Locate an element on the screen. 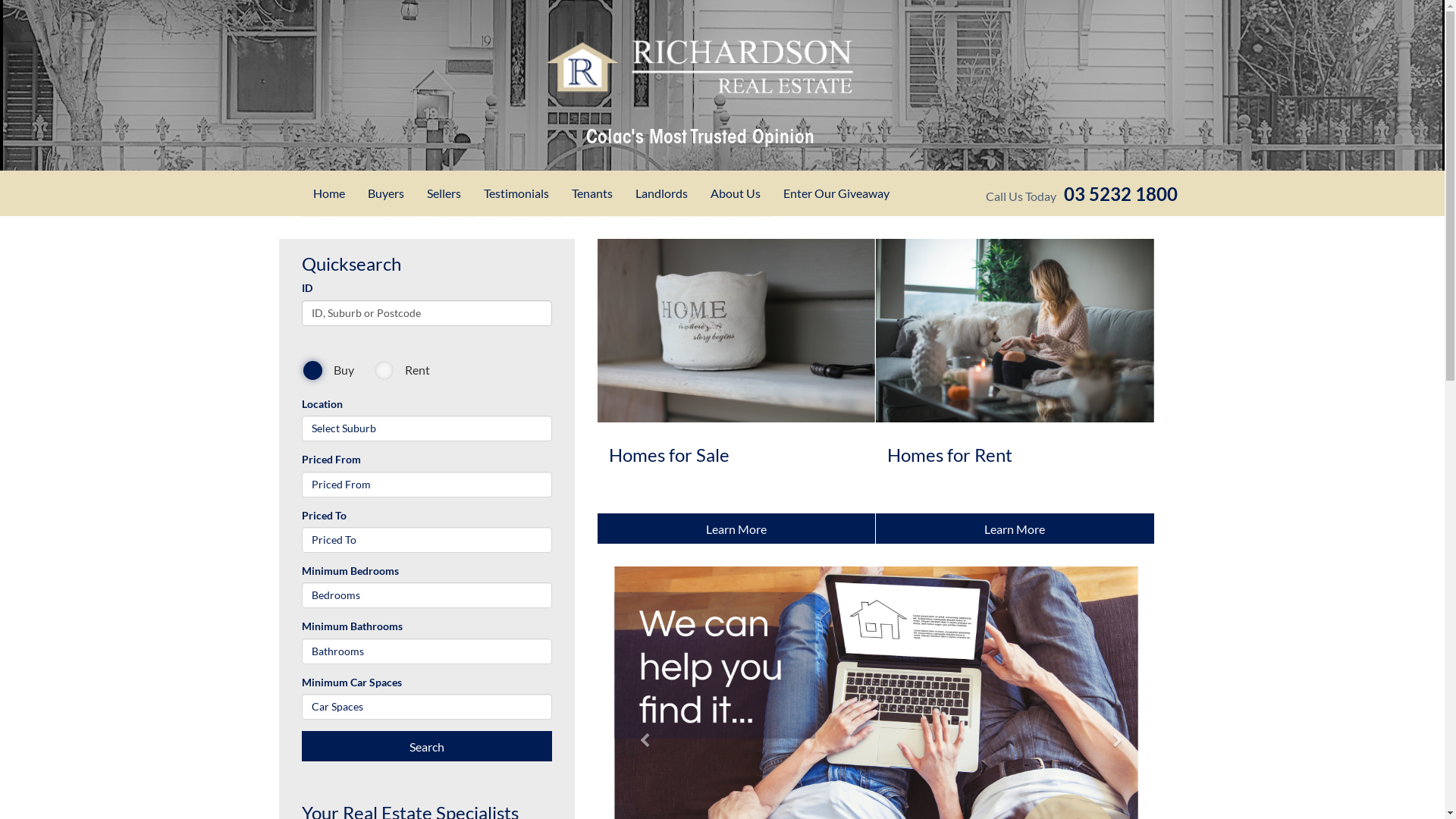  'Home' is located at coordinates (328, 192).